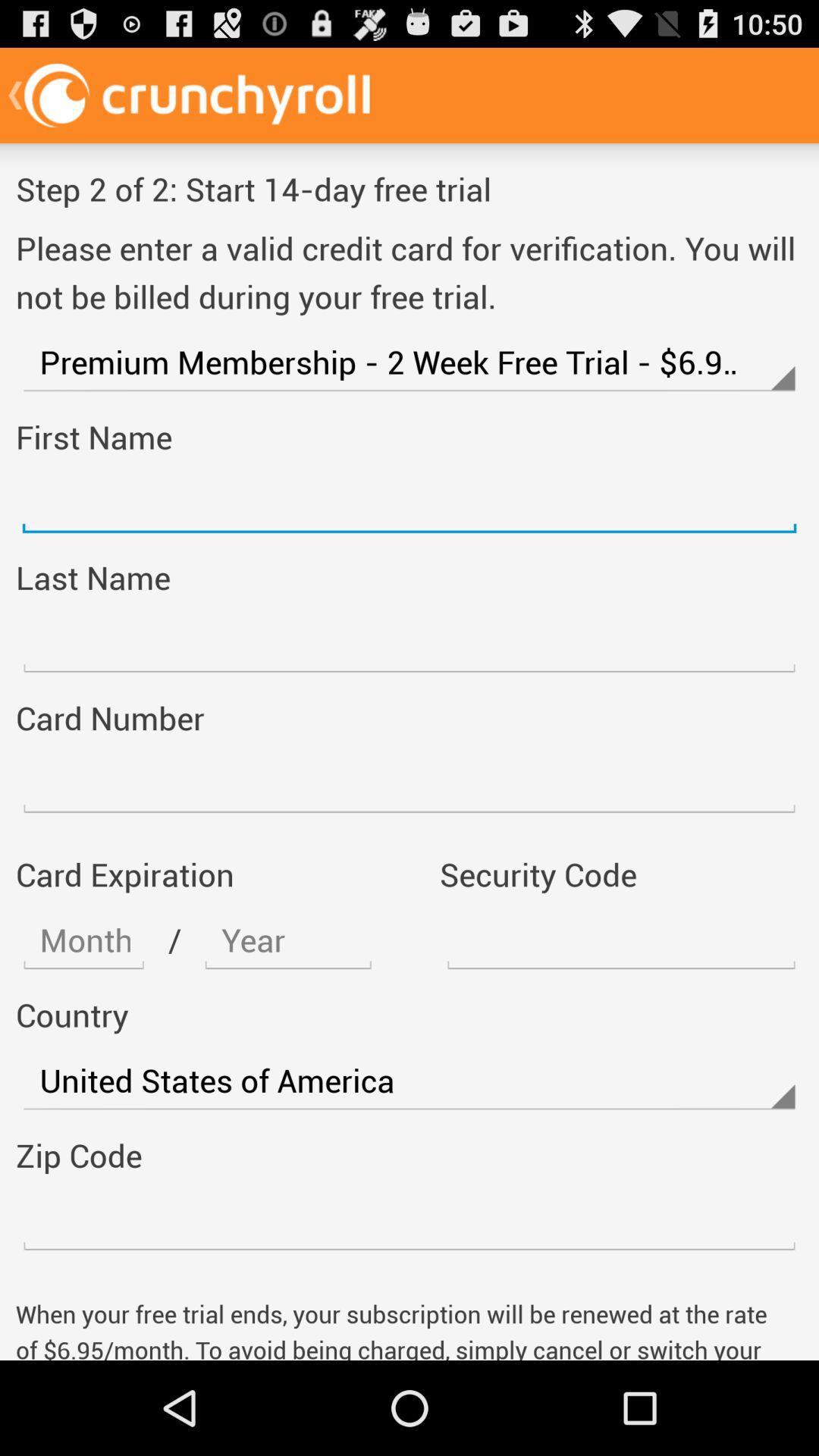 The image size is (819, 1456). What do you see at coordinates (409, 1221) in the screenshot?
I see `type number button` at bounding box center [409, 1221].